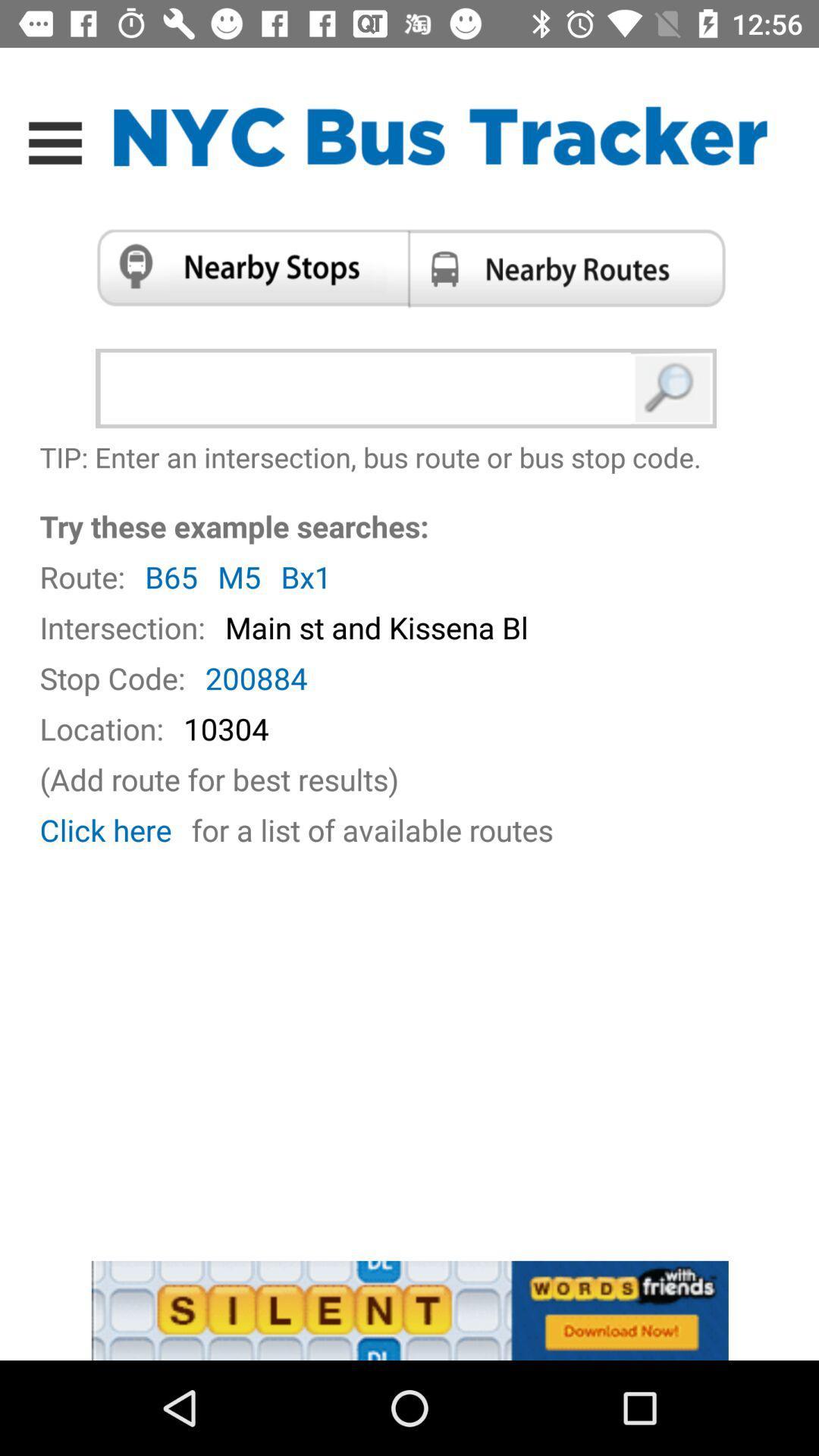 This screenshot has width=819, height=1456. Describe the element at coordinates (572, 268) in the screenshot. I see `nearby routes` at that location.